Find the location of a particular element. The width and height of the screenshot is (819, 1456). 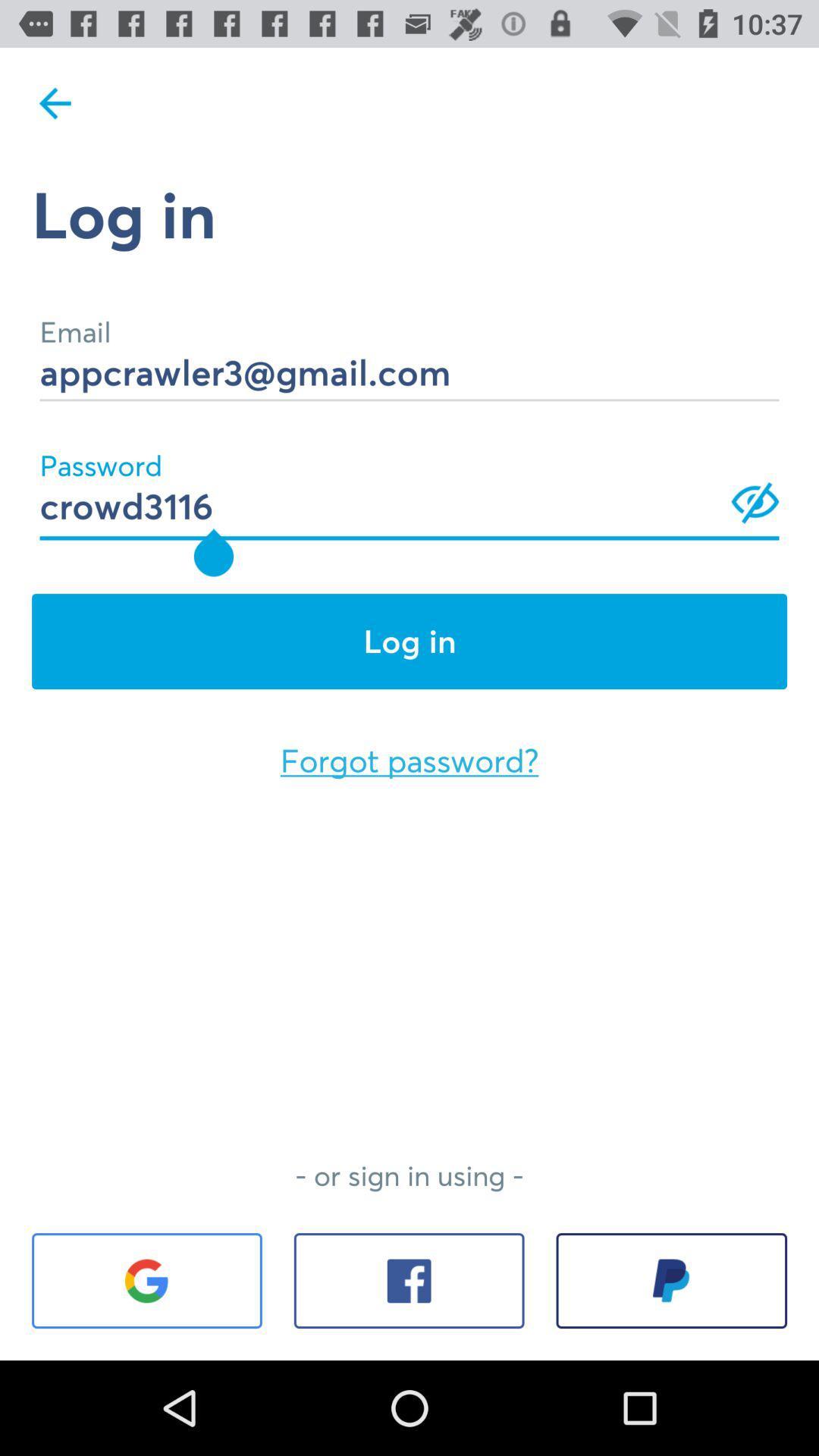

the forgot password? is located at coordinates (409, 761).